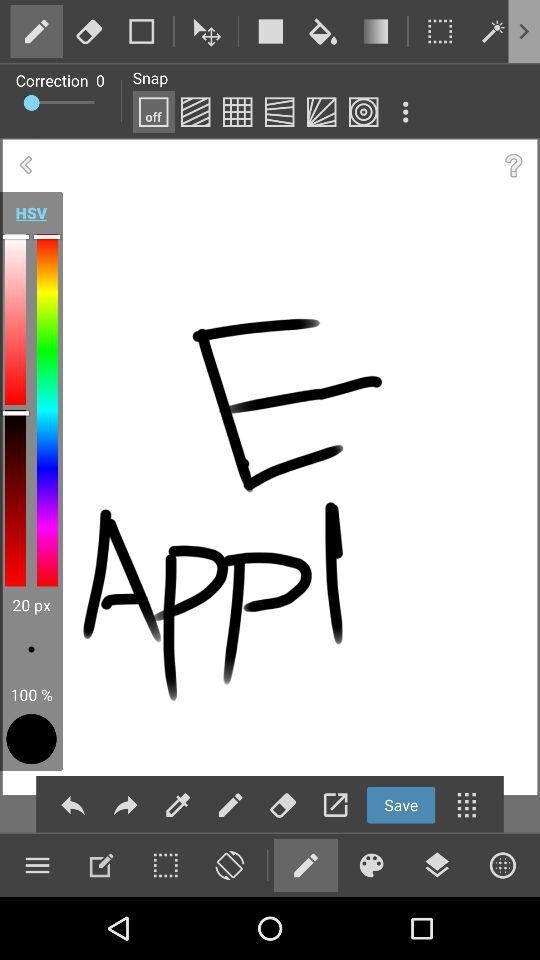 Image resolution: width=540 pixels, height=960 pixels. I want to click on zoom, so click(228, 864).